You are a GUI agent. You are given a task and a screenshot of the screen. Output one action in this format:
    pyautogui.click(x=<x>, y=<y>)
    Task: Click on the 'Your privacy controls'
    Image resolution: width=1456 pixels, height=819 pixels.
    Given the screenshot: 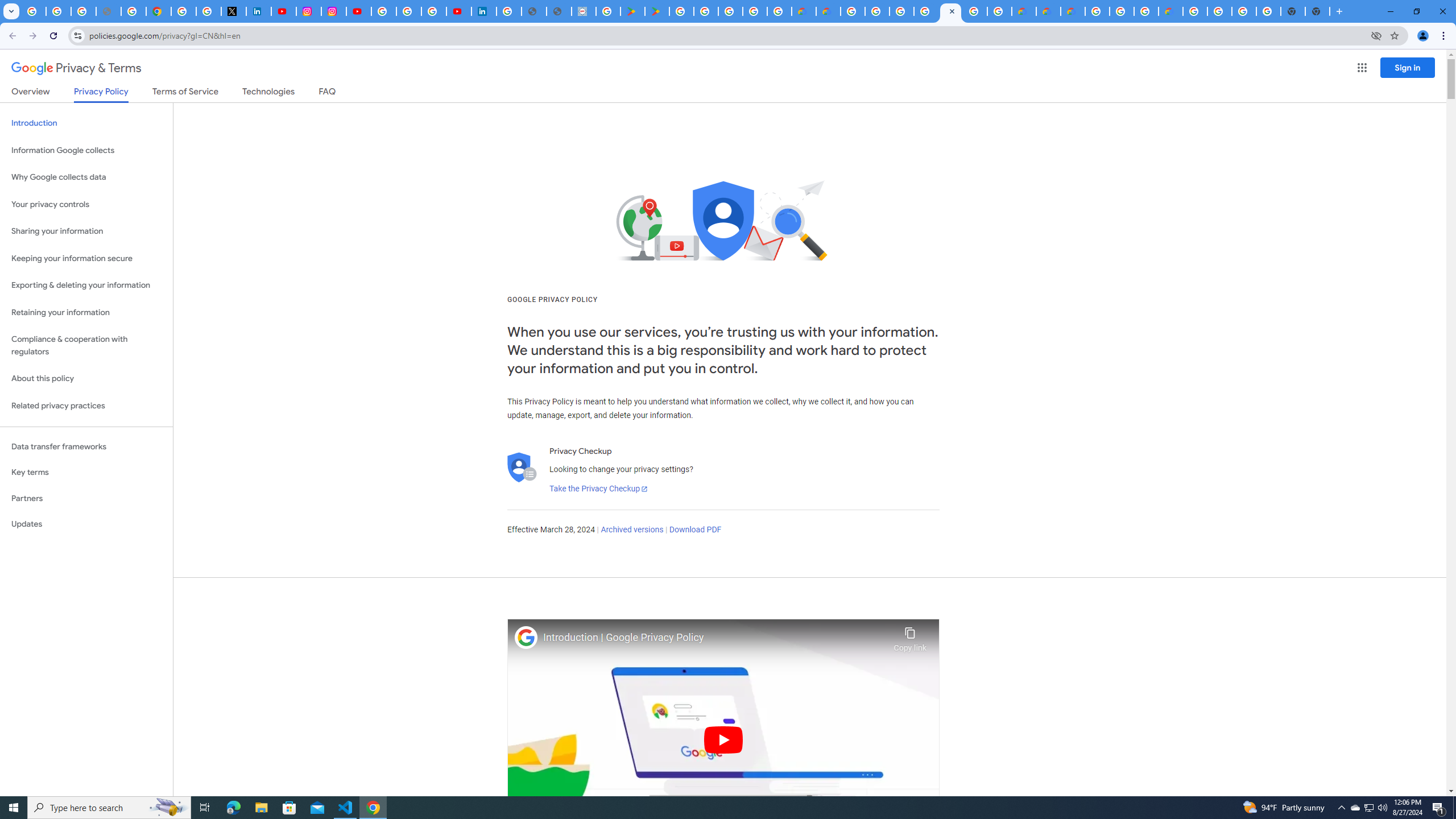 What is the action you would take?
    pyautogui.click(x=86, y=205)
    